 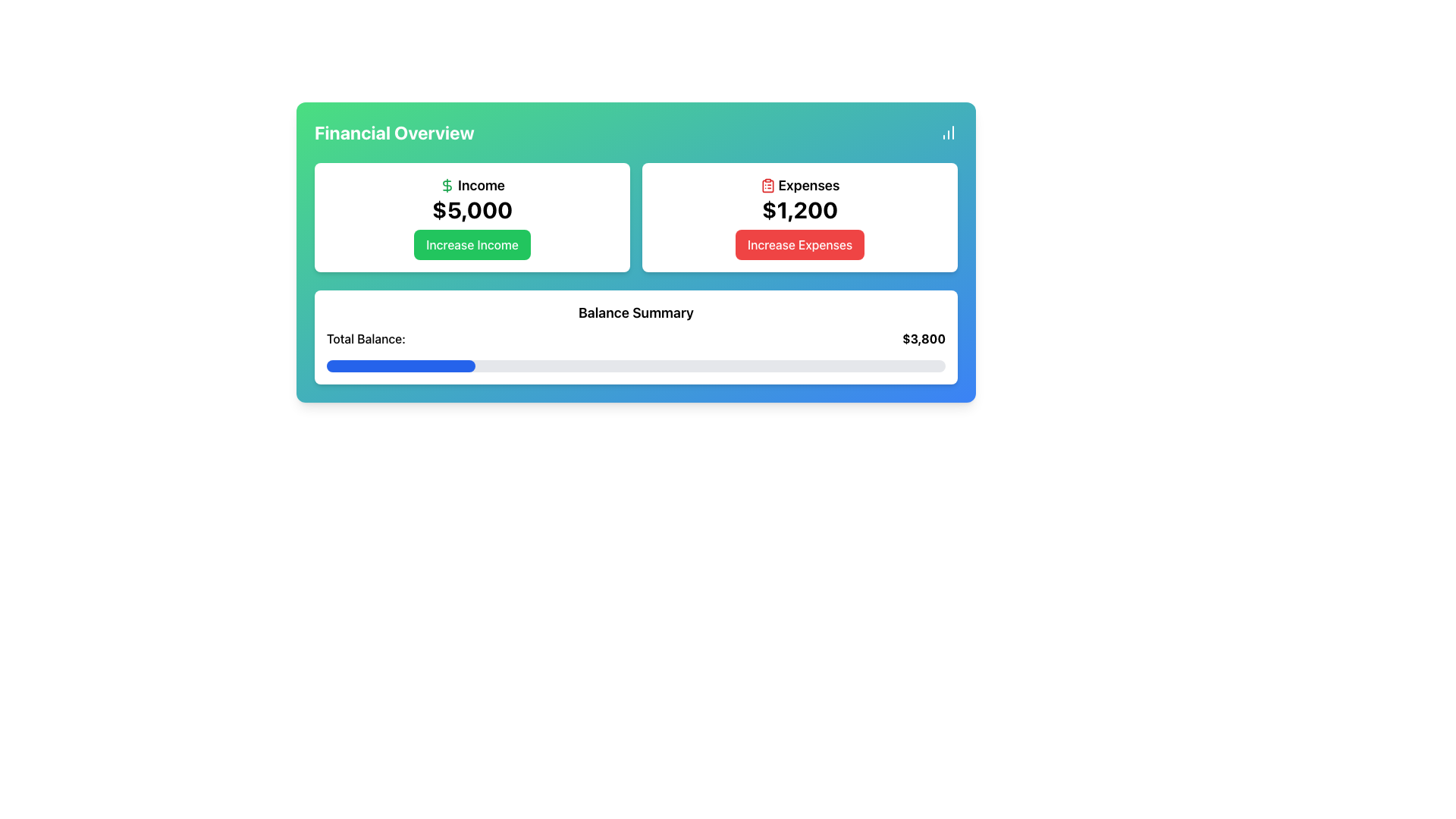 I want to click on the 'Balance Summary' informational card that displays total balance information and features a progress bar at the bottom, so click(x=636, y=336).